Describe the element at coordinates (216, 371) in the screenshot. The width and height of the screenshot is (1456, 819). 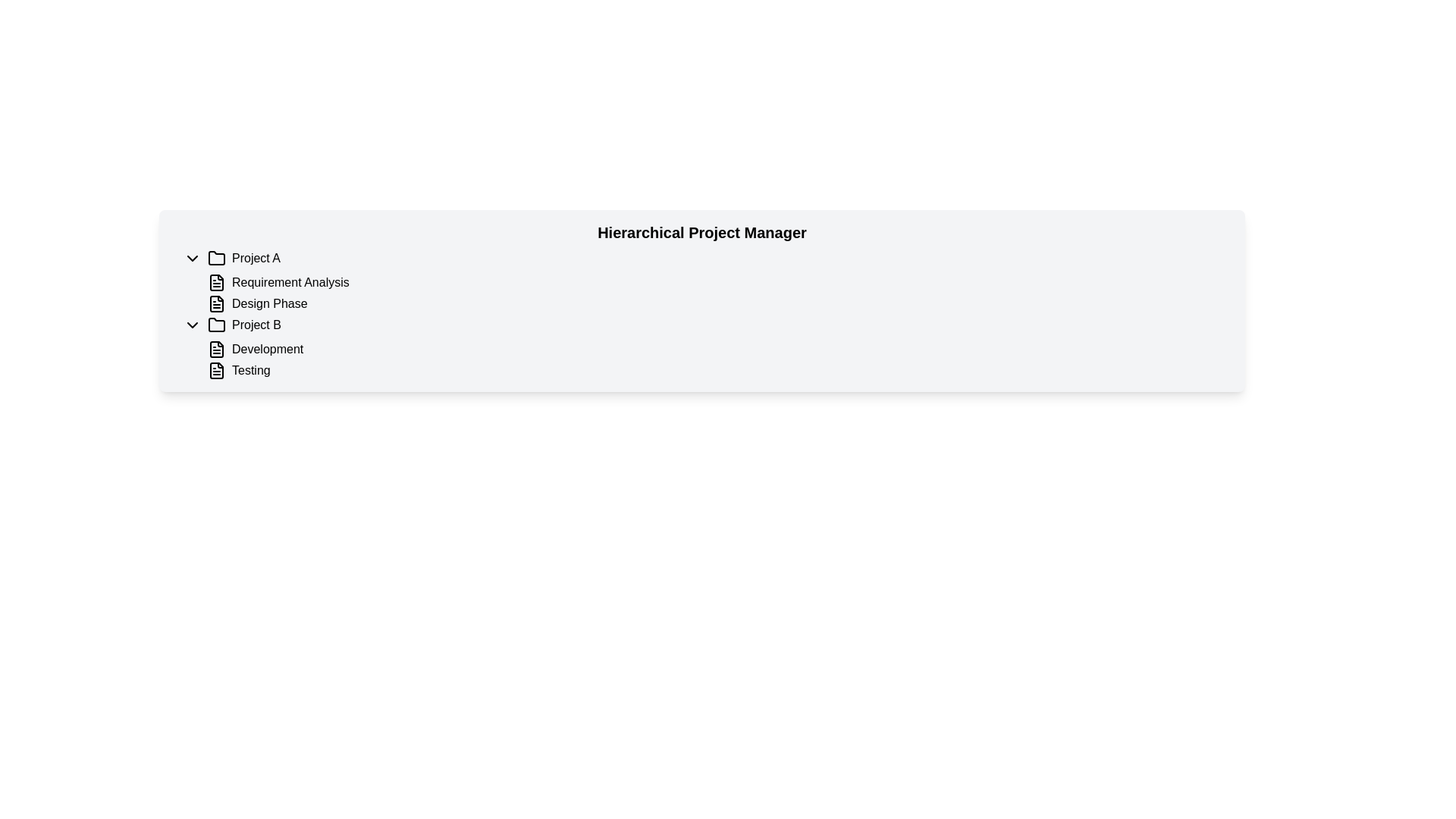
I see `the document icon representing the 'Testing' item, which is located to the left of the text 'Testing' in the lower part of the 'Project B' component` at that location.